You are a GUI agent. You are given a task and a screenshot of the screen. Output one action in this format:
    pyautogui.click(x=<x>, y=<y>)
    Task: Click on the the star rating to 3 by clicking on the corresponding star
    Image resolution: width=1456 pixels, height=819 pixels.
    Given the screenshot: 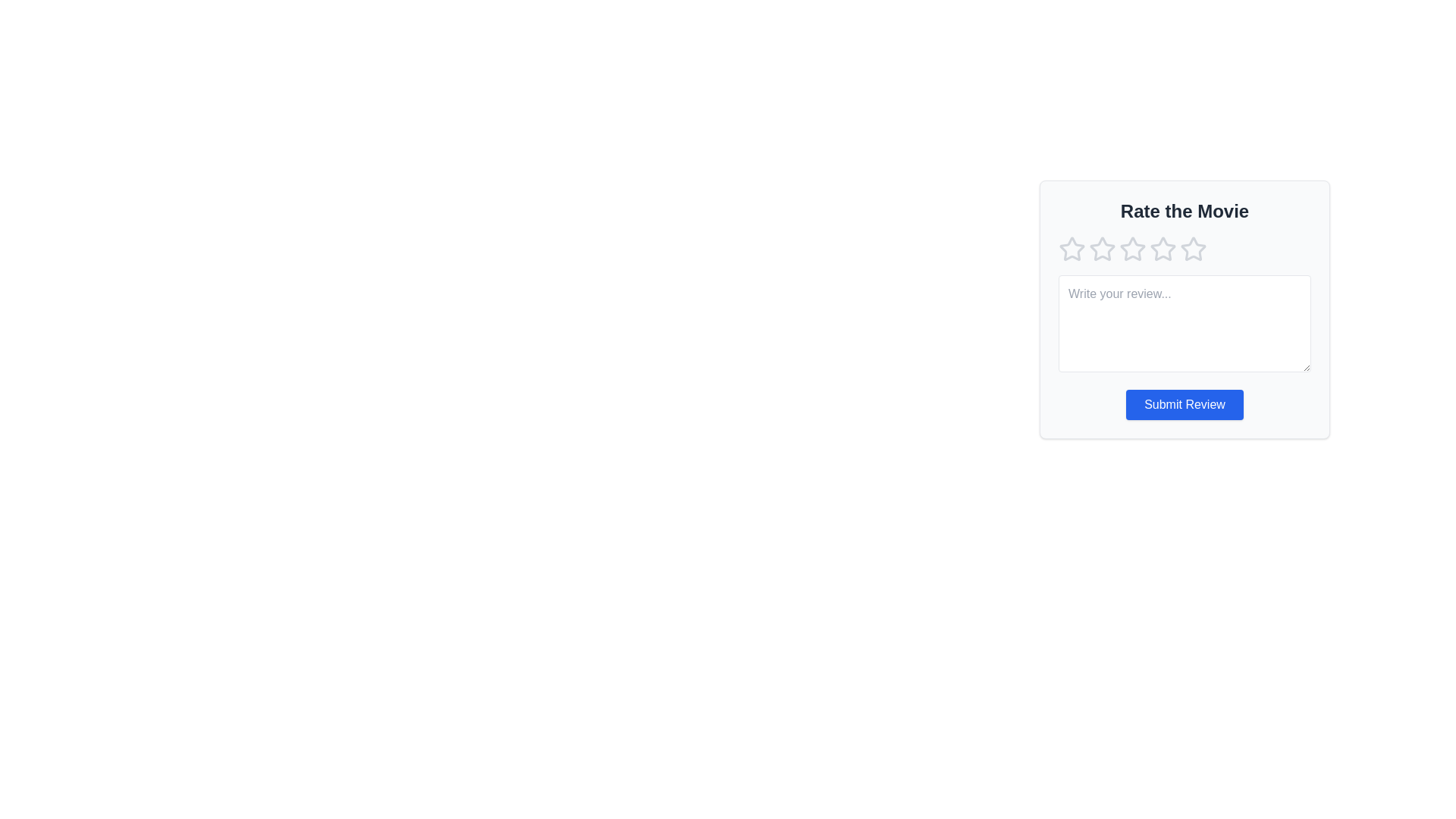 What is the action you would take?
    pyautogui.click(x=1132, y=248)
    